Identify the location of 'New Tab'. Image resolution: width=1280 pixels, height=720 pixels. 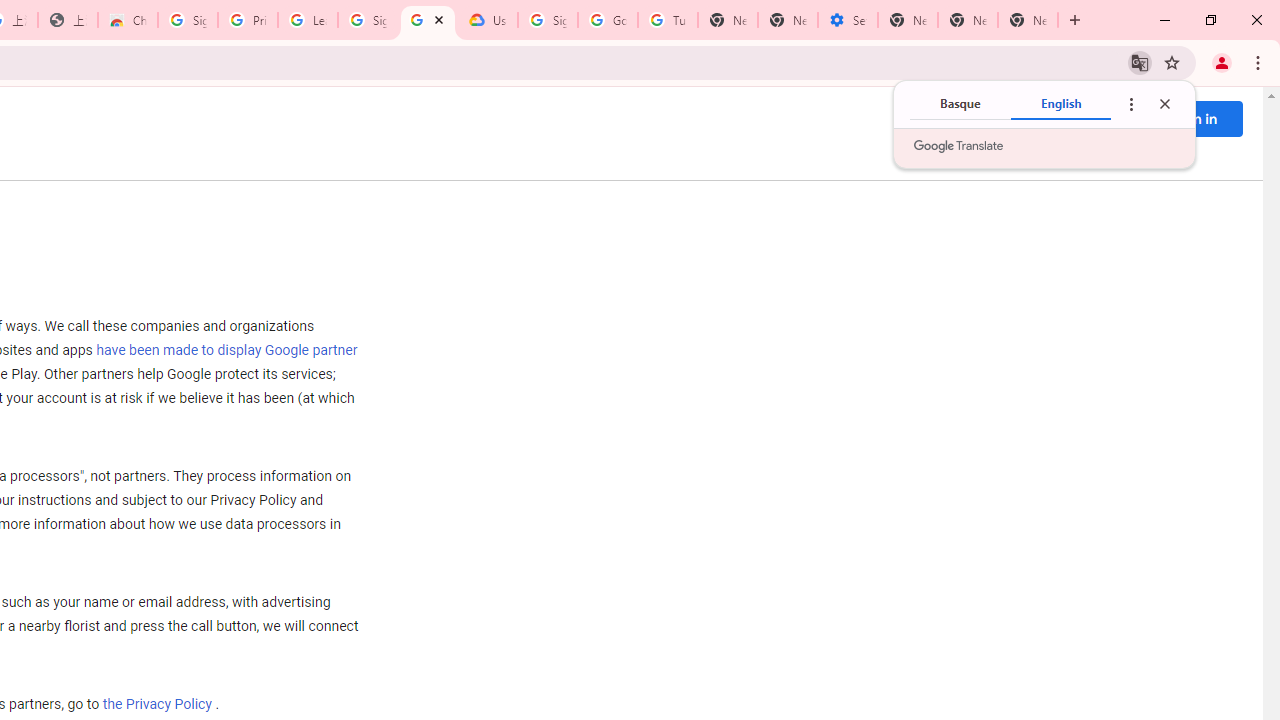
(1028, 20).